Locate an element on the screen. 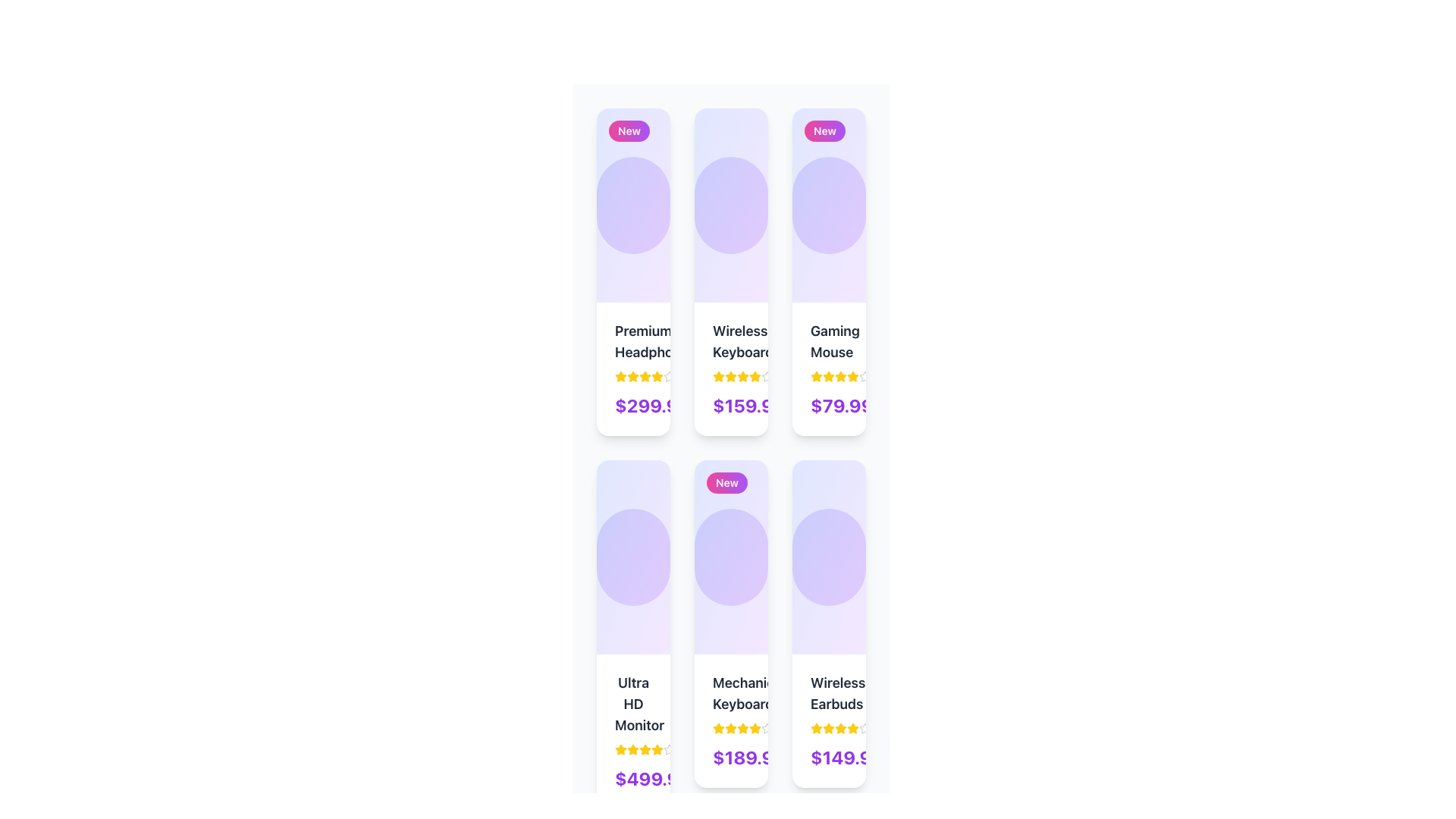  the Star icon in the rating UI component located in the third product card of the top row is located at coordinates (815, 375).